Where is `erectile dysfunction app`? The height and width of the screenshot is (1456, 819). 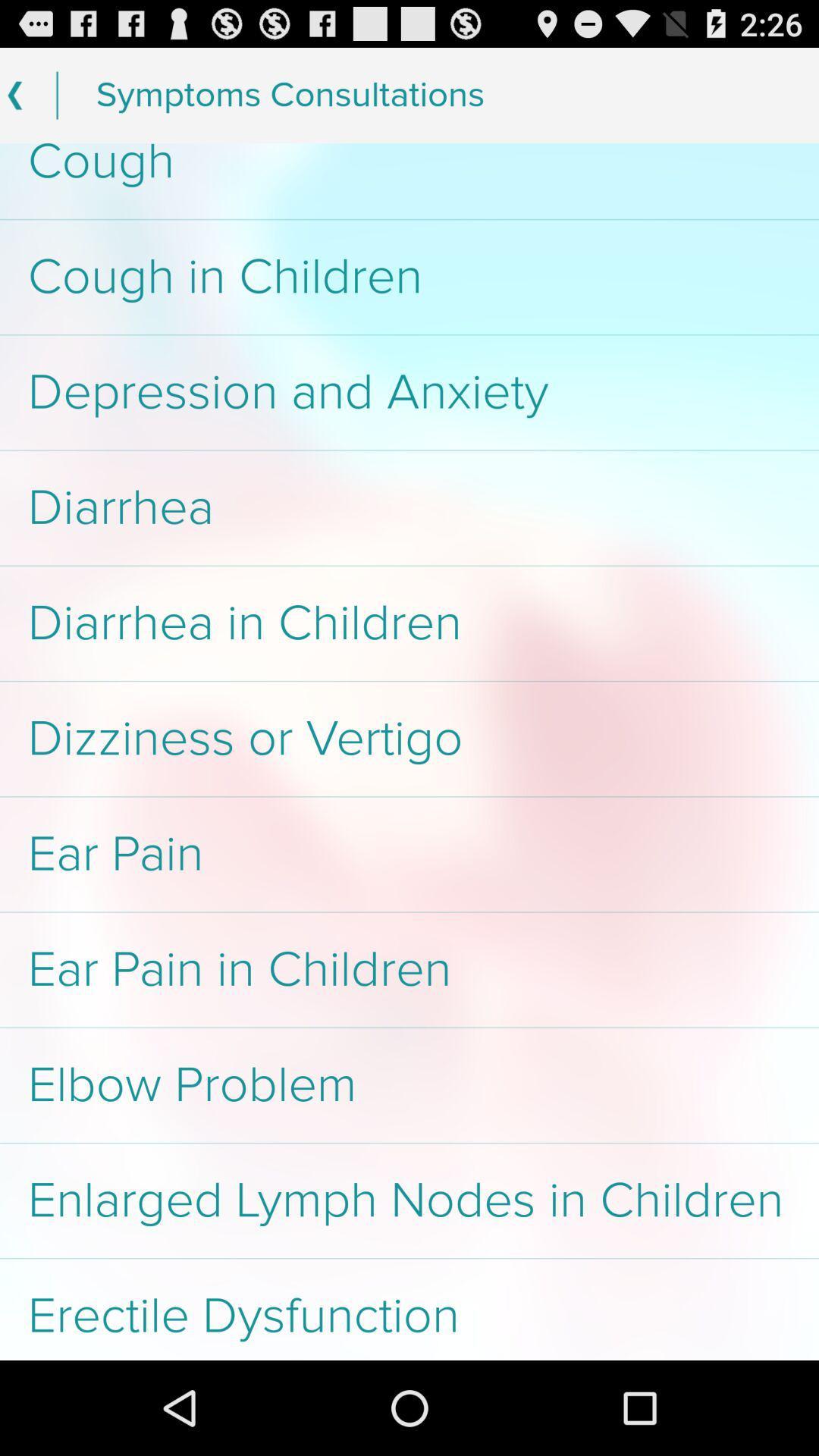 erectile dysfunction app is located at coordinates (409, 1309).